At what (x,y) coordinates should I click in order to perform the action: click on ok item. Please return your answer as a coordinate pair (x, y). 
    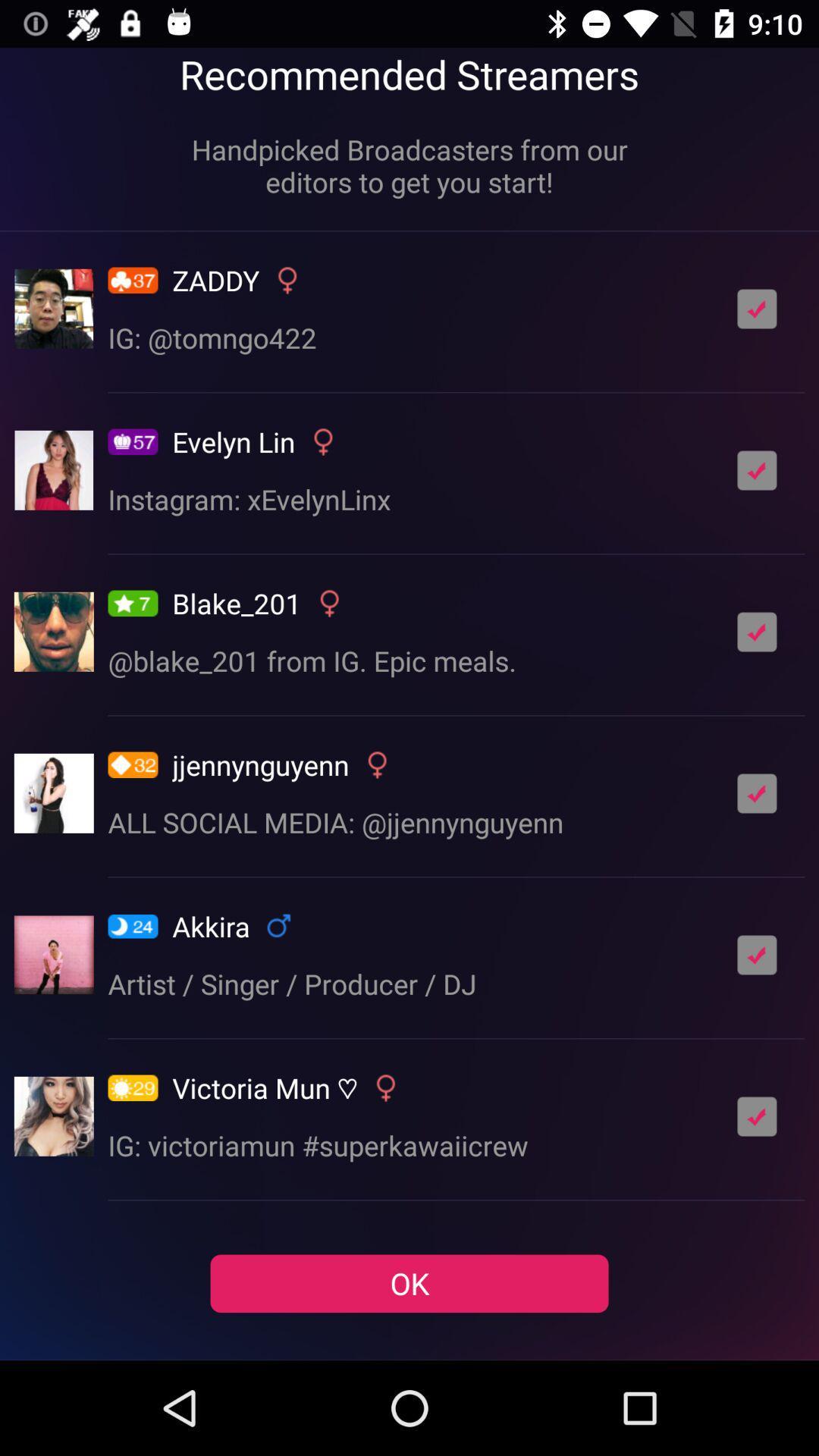
    Looking at the image, I should click on (409, 1282).